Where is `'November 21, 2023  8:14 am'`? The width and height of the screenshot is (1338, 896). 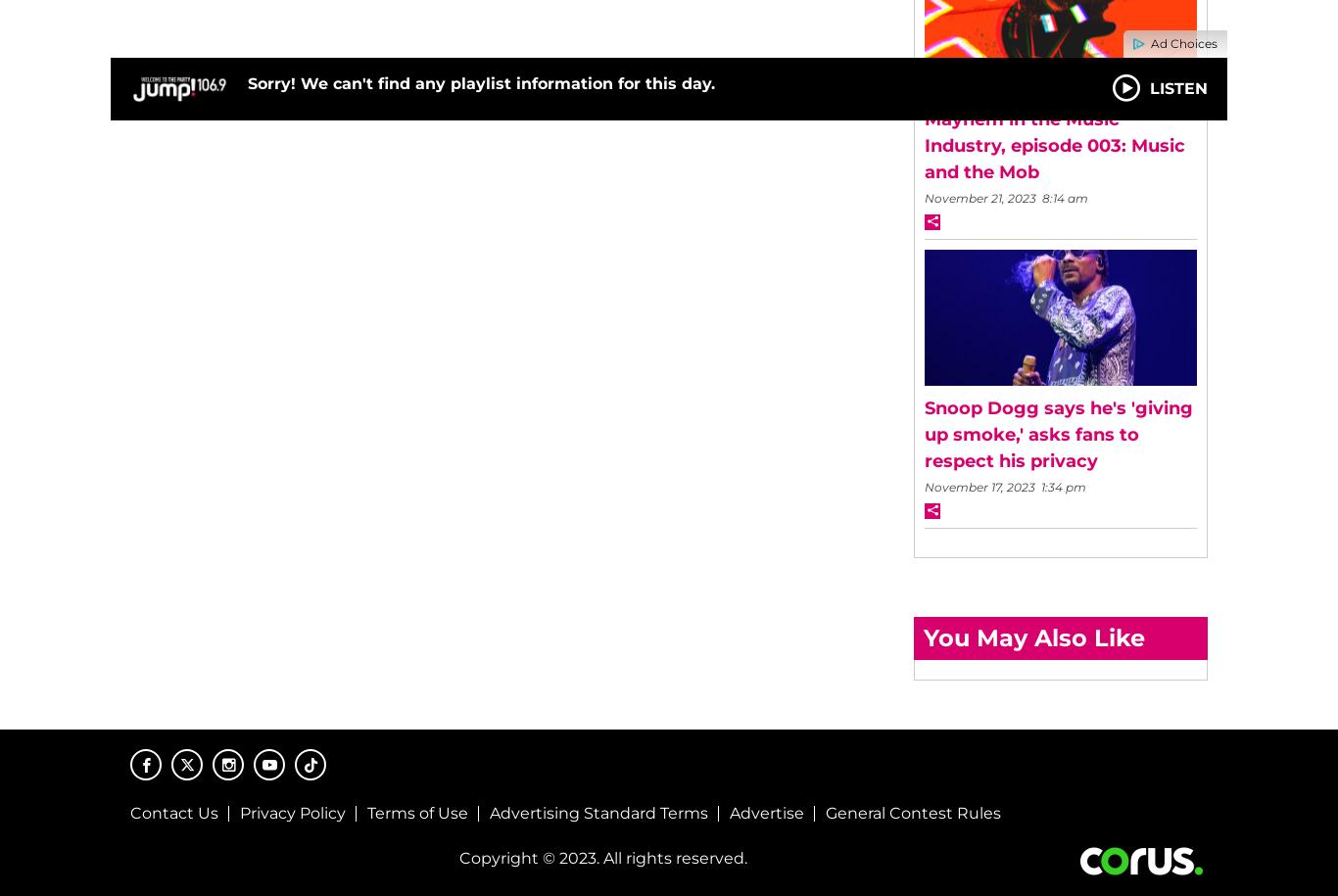
'November 21, 2023  8:14 am' is located at coordinates (1005, 197).